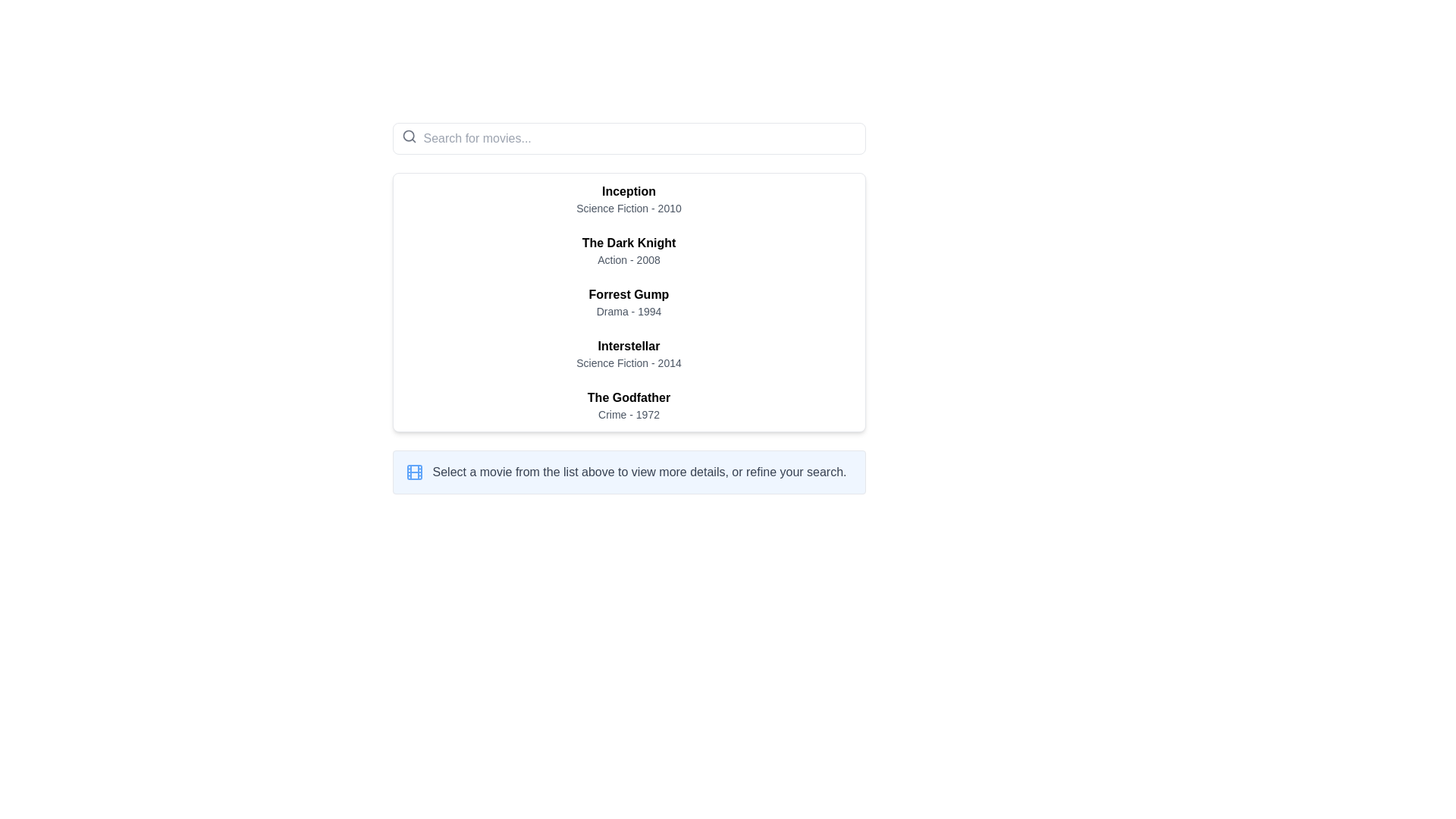 The height and width of the screenshot is (819, 1456). I want to click on the movie list item for 'Forrest Gump', which is the third entry in a vertical list of movie titles, so click(629, 302).